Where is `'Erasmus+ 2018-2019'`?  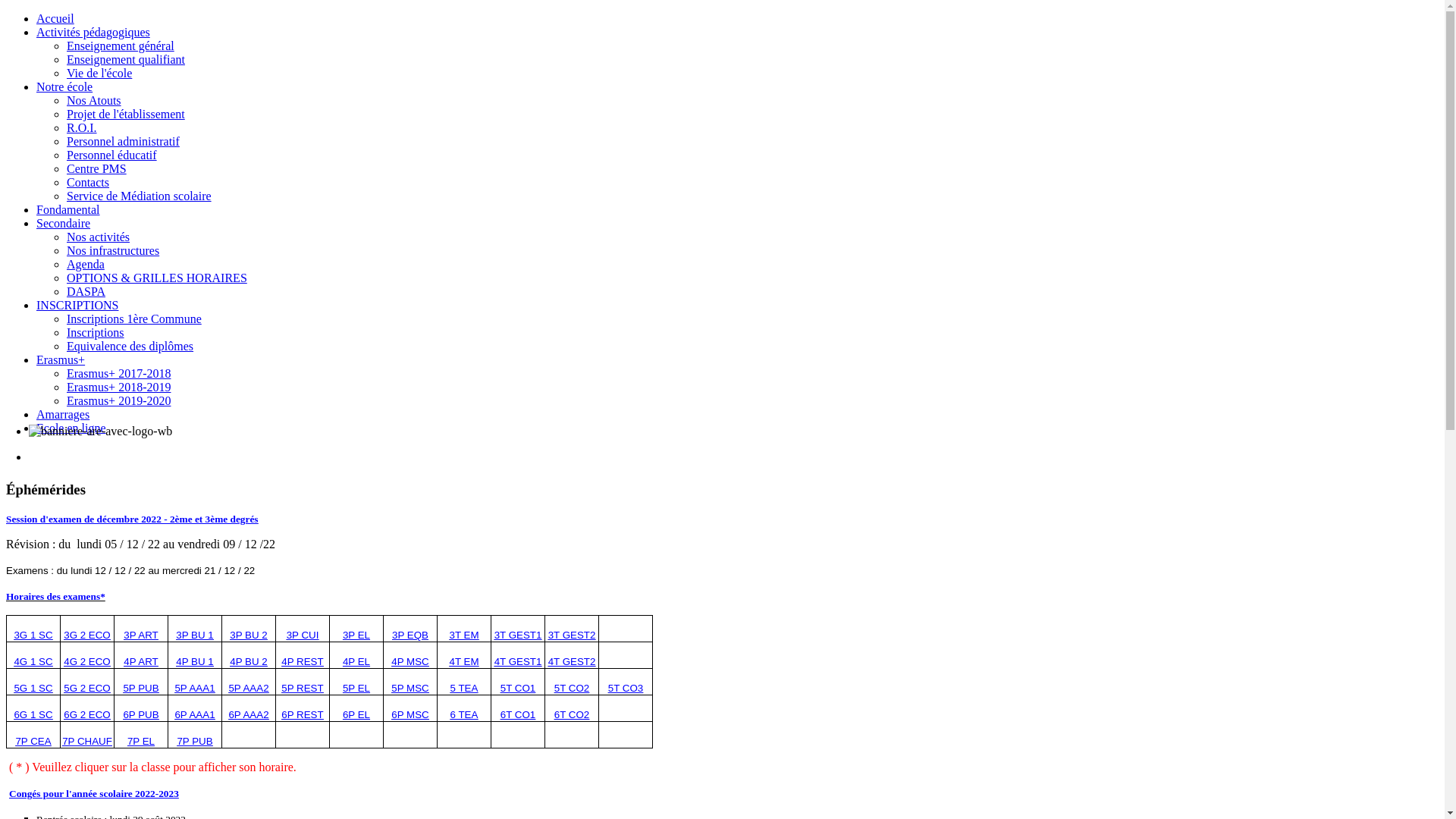
'Erasmus+ 2018-2019' is located at coordinates (118, 386).